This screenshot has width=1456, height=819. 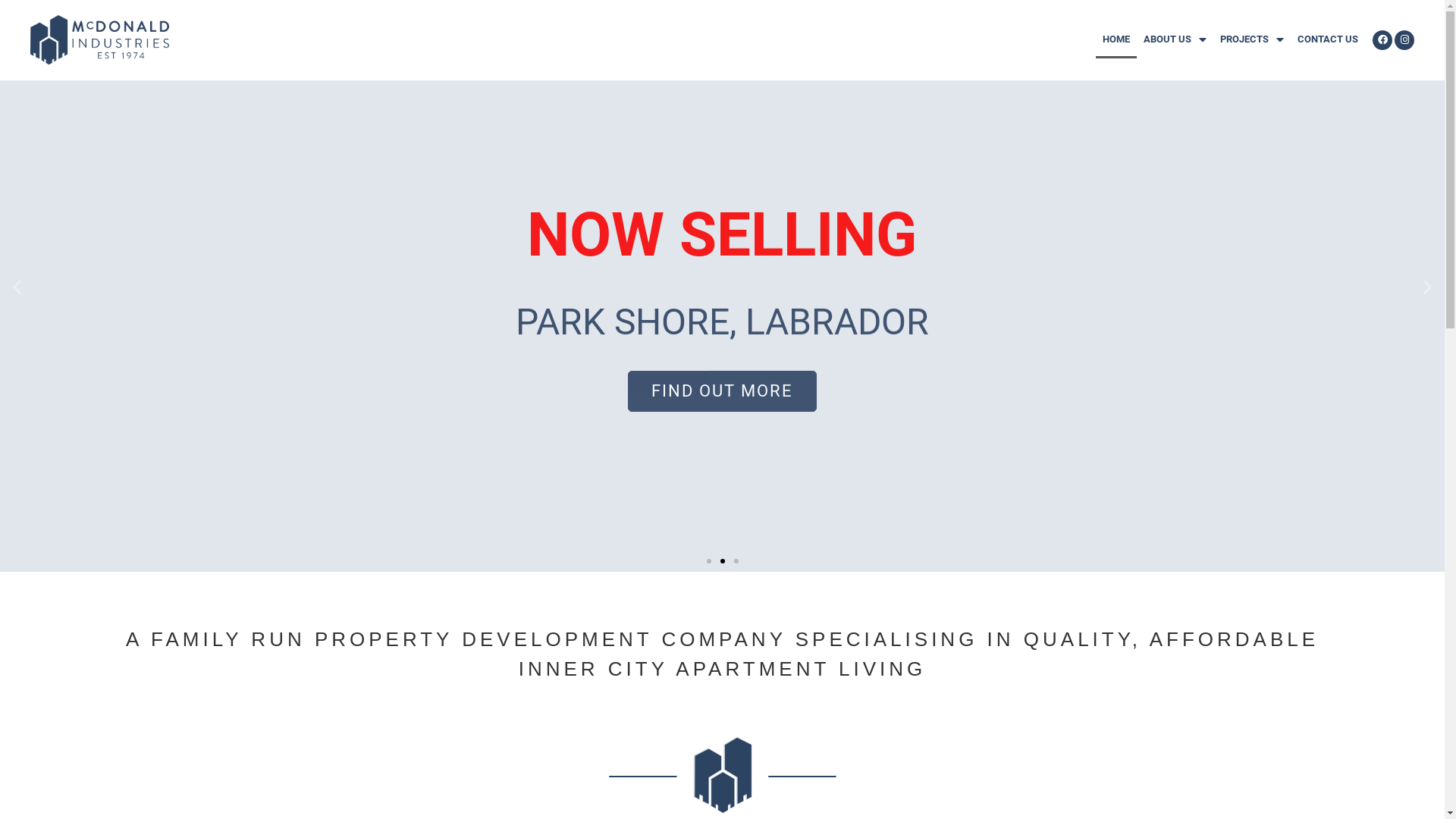 What do you see at coordinates (1252, 39) in the screenshot?
I see `'PROJECTS'` at bounding box center [1252, 39].